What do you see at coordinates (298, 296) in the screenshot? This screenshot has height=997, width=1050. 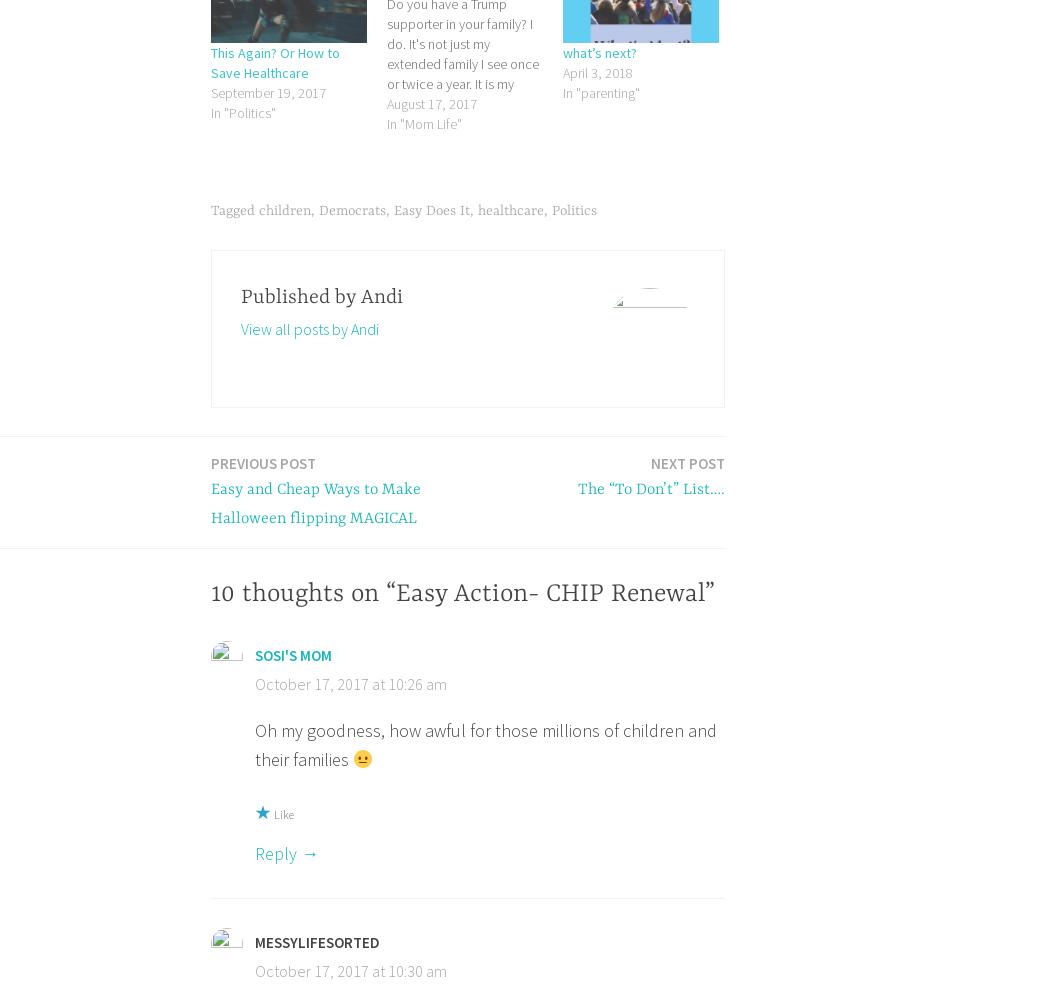 I see `'Published by'` at bounding box center [298, 296].